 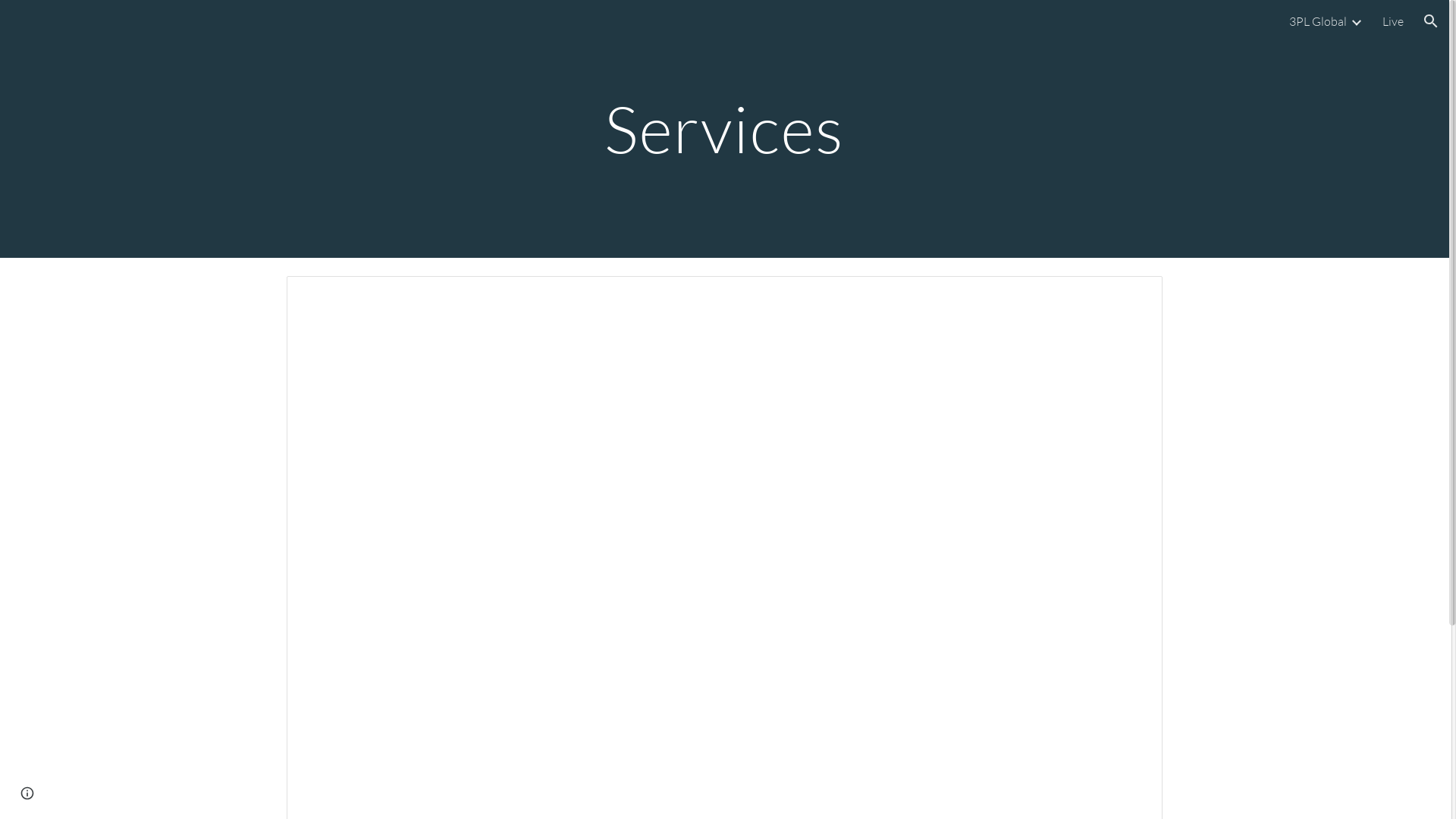 I want to click on '3PL Global', so click(x=1316, y=20).